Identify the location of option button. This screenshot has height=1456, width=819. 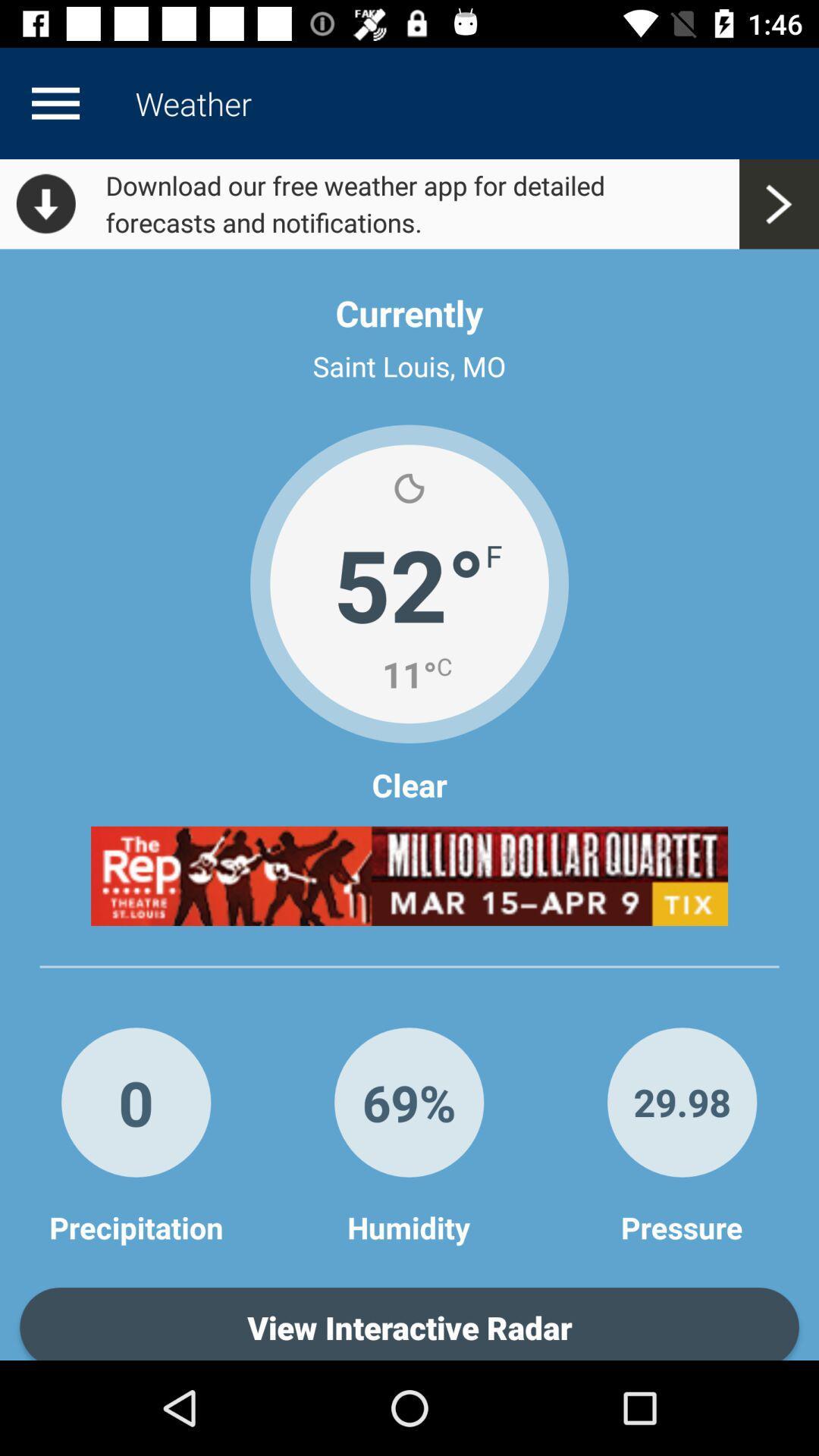
(55, 102).